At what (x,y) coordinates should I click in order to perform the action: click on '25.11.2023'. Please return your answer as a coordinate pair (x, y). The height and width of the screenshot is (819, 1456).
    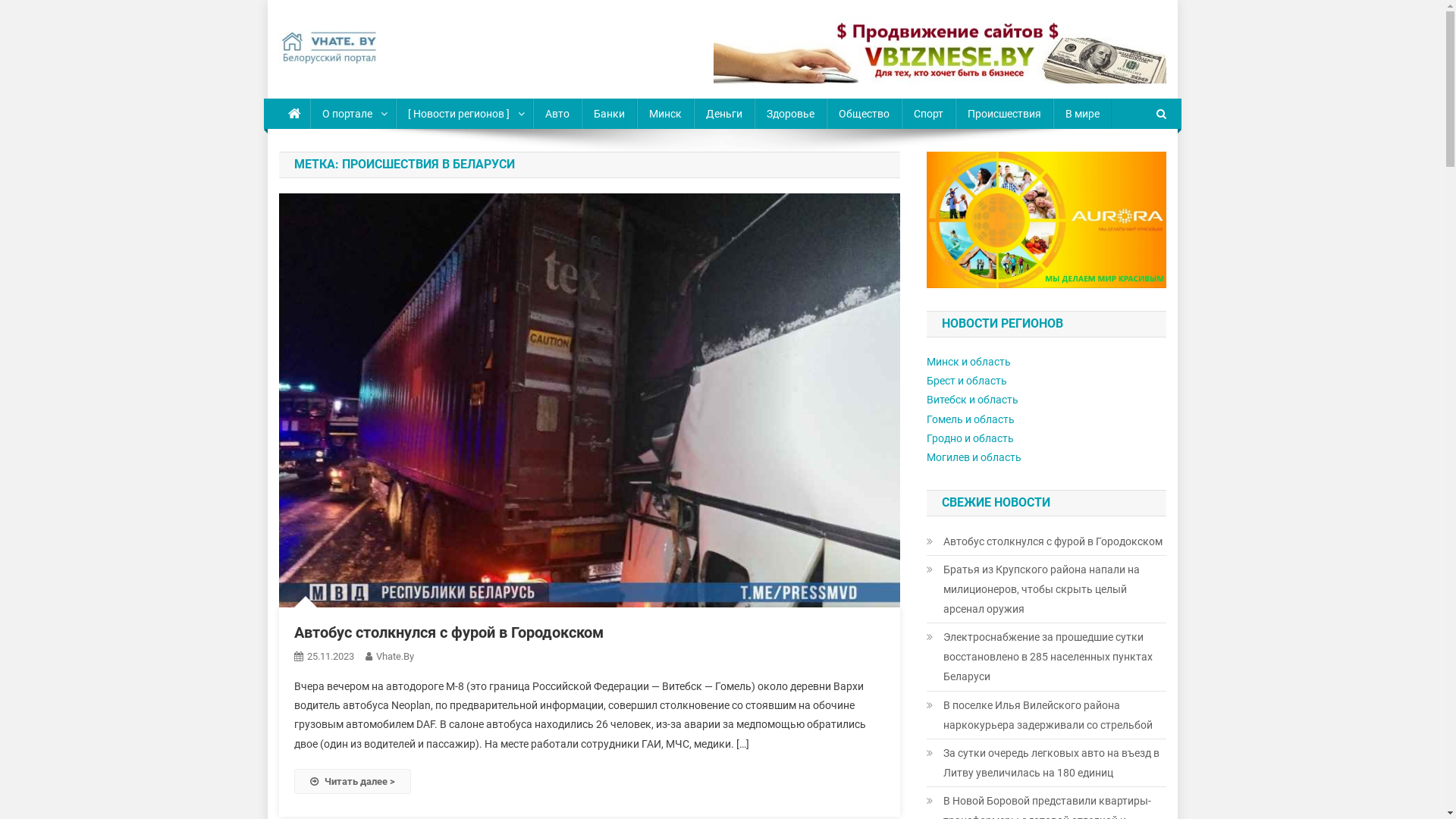
    Looking at the image, I should click on (329, 655).